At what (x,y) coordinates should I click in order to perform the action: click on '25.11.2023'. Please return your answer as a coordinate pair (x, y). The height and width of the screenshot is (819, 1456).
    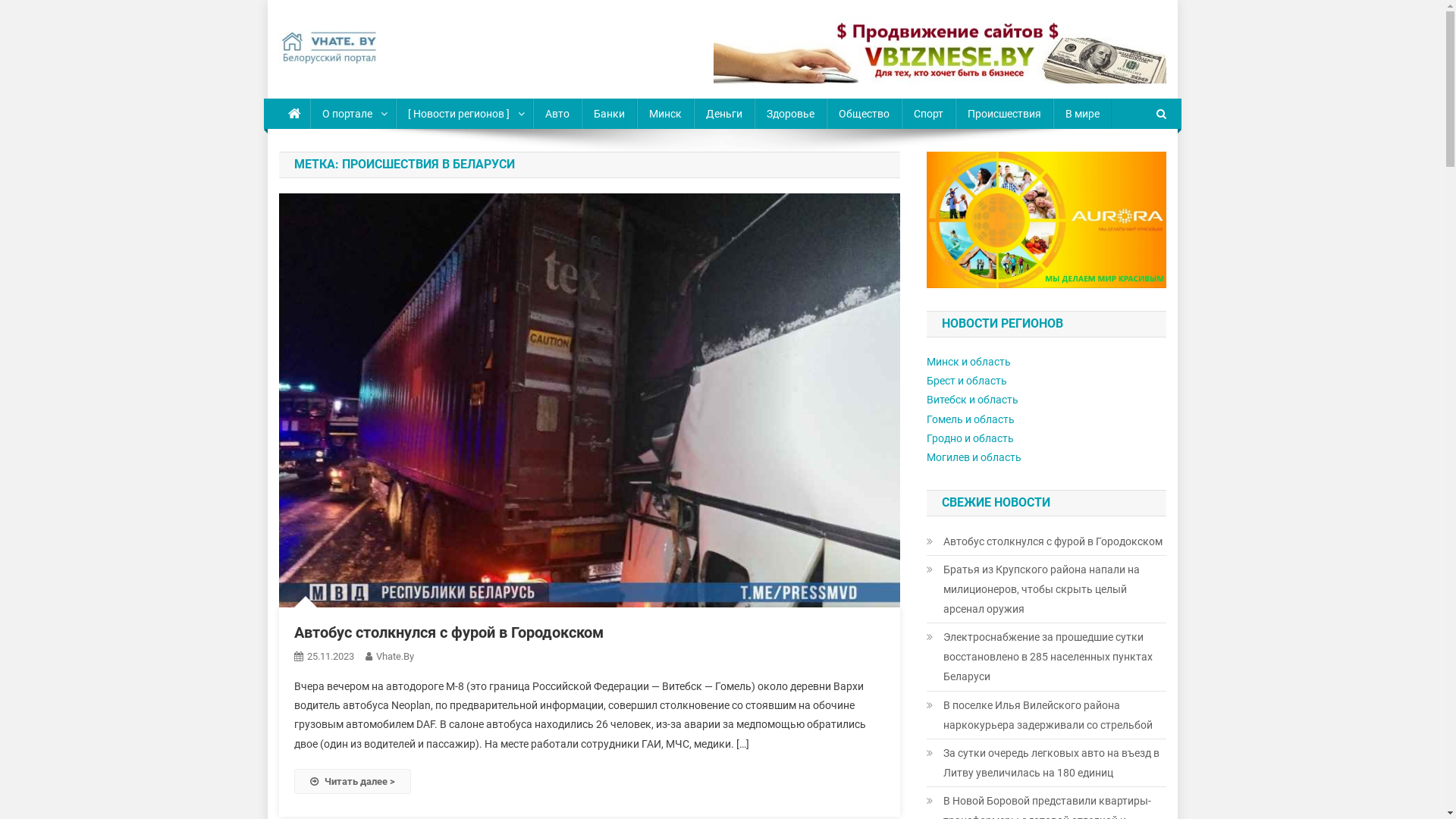
    Looking at the image, I should click on (329, 655).